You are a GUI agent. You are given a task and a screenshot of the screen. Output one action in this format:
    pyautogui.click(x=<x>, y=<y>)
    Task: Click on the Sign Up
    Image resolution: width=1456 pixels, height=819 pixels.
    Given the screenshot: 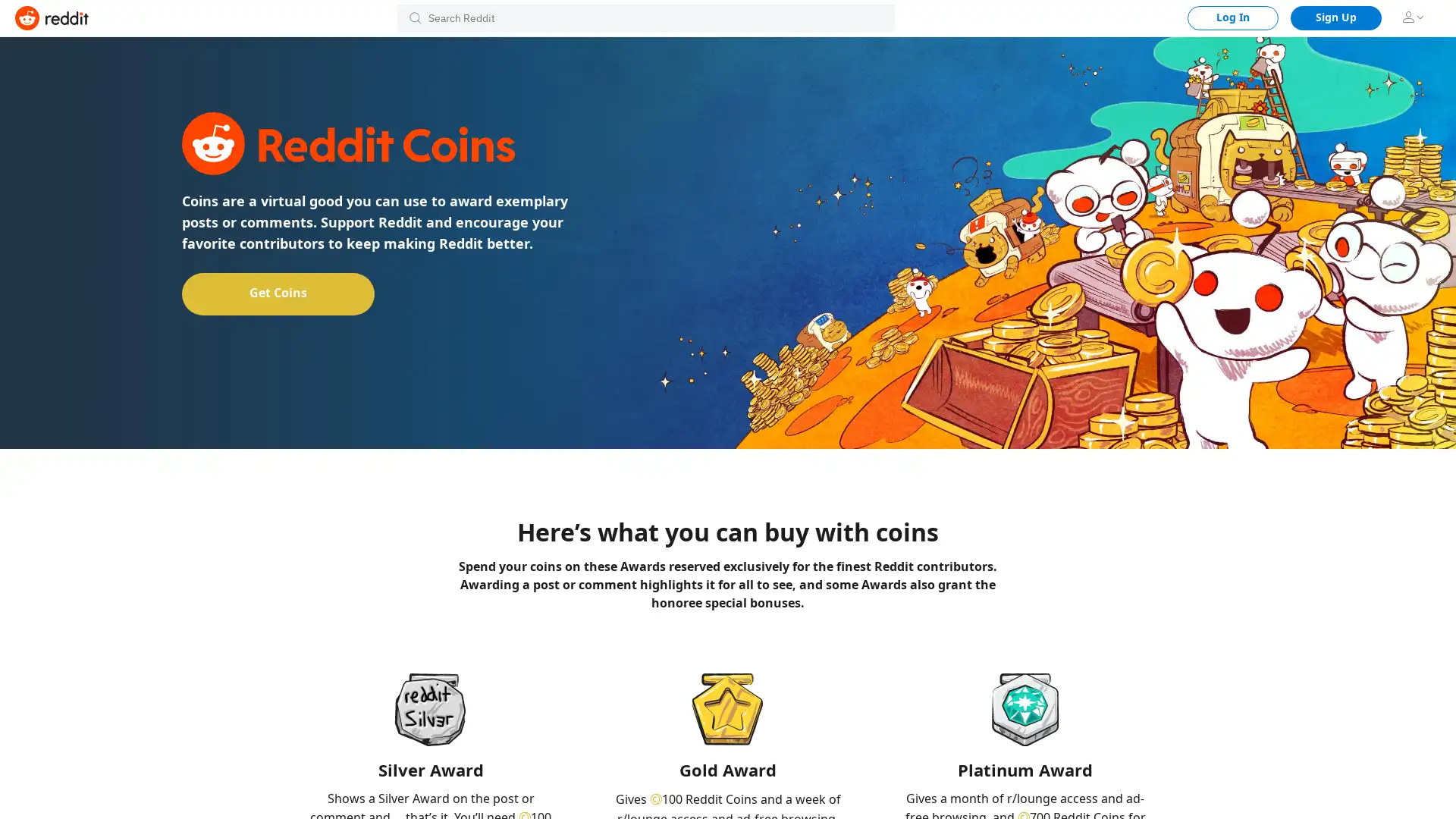 What is the action you would take?
    pyautogui.click(x=1335, y=17)
    